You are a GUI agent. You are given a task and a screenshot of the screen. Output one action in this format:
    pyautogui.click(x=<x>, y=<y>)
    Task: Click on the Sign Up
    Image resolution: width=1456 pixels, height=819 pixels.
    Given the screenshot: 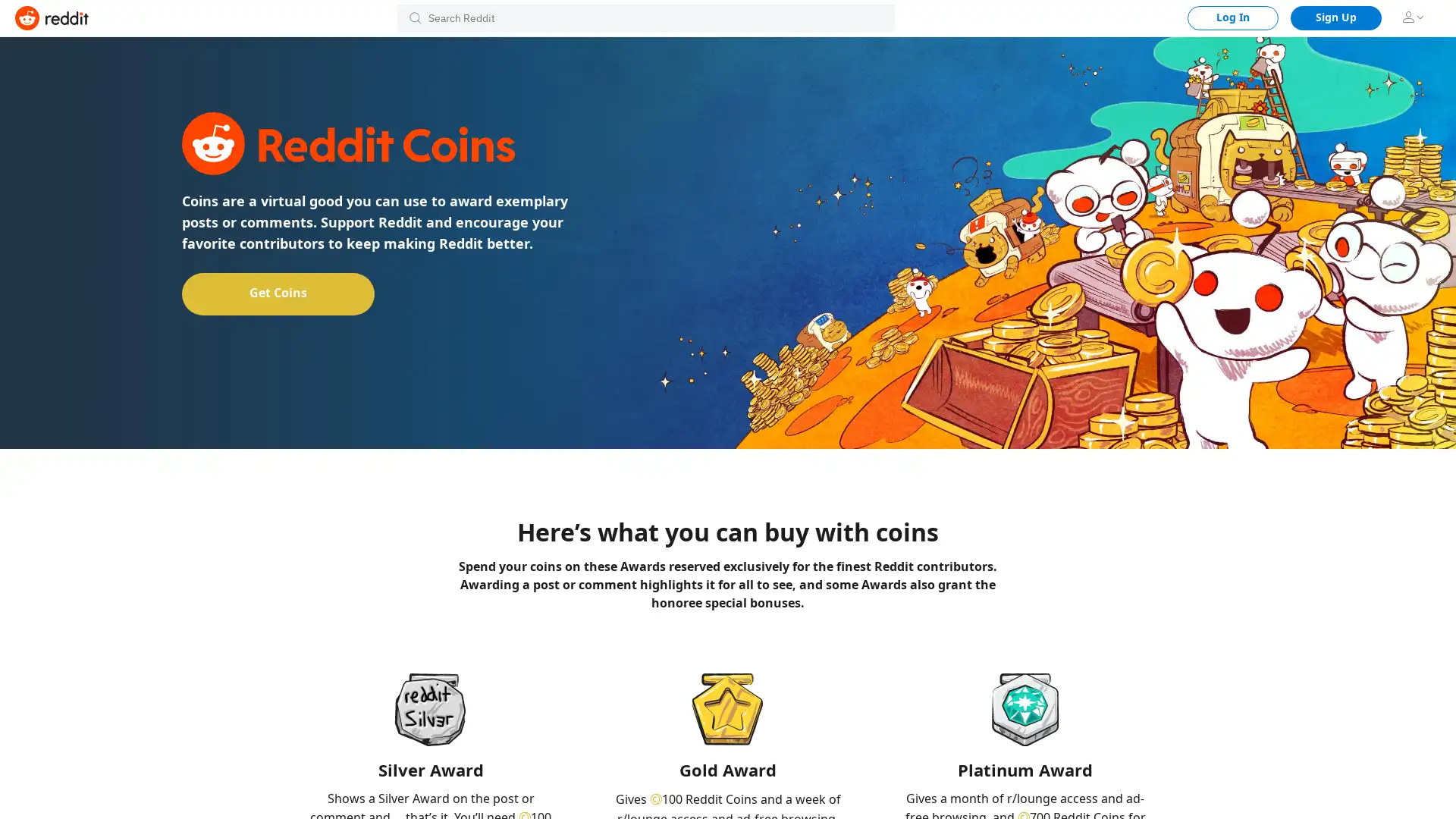 What is the action you would take?
    pyautogui.click(x=1335, y=17)
    